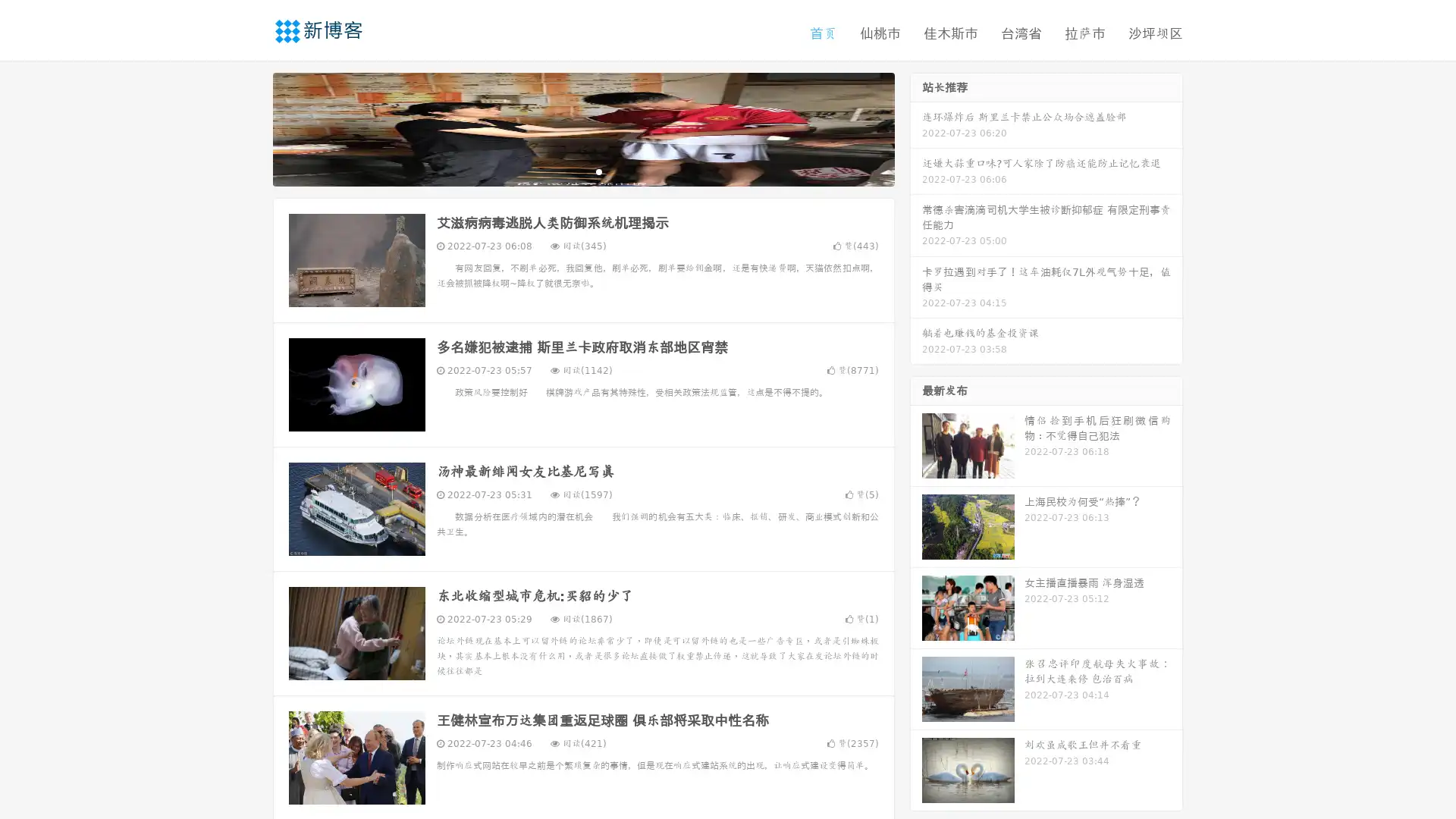 Image resolution: width=1456 pixels, height=819 pixels. I want to click on Next slide, so click(916, 127).